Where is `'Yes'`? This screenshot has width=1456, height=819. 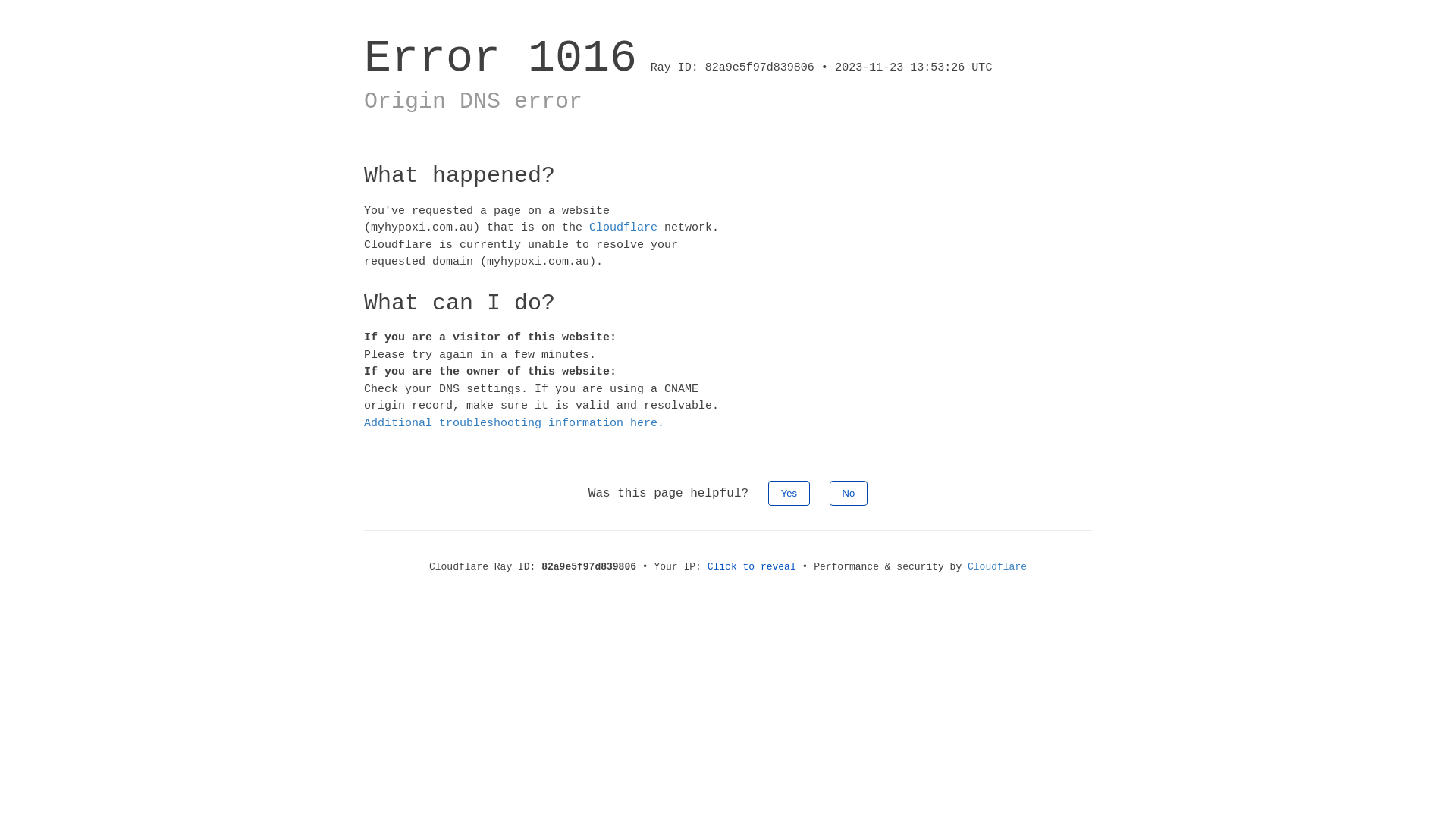 'Yes' is located at coordinates (767, 493).